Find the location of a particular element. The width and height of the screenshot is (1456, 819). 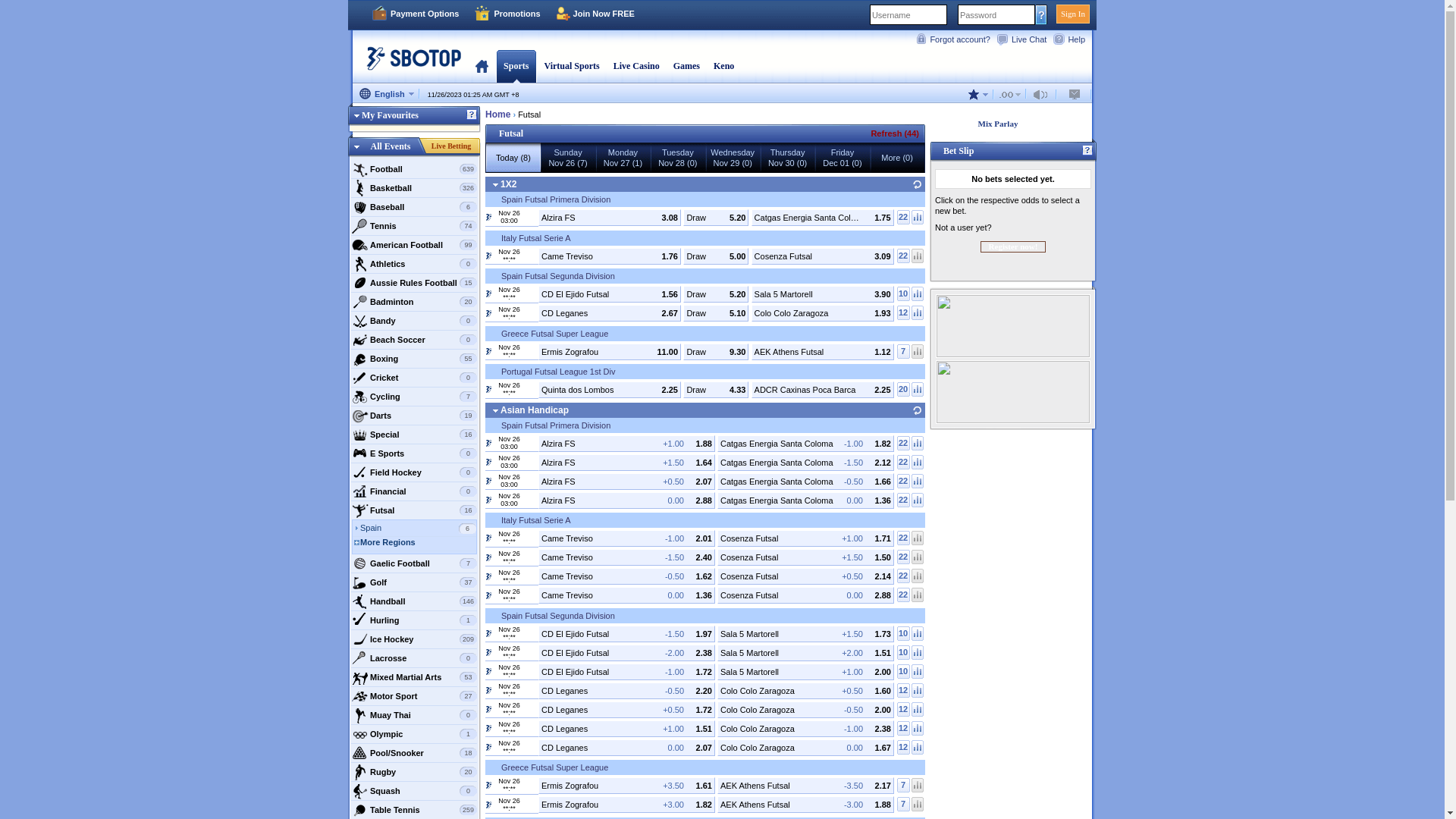

'English' is located at coordinates (386, 94).